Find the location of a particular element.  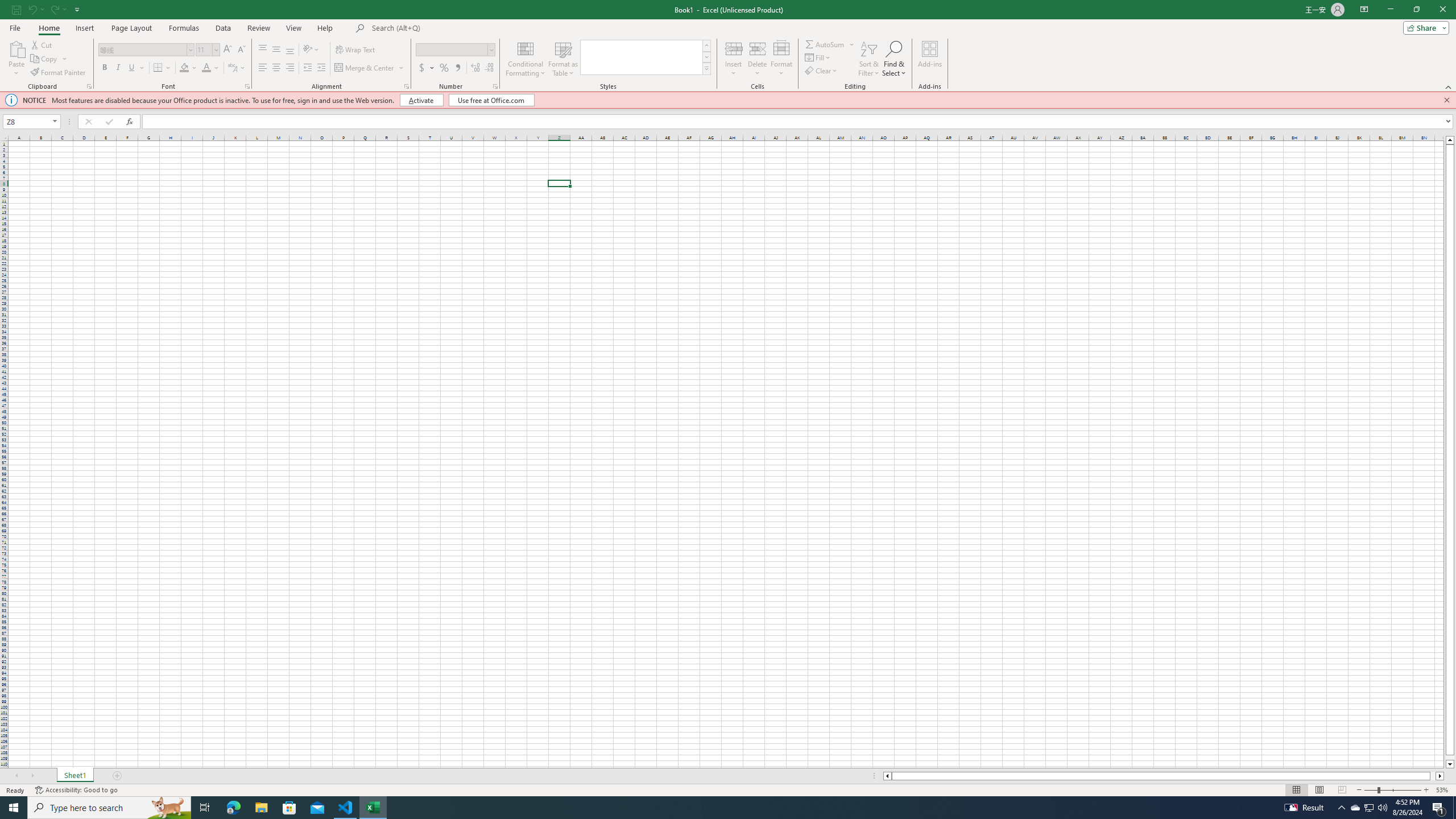

'Copy' is located at coordinates (49, 59).